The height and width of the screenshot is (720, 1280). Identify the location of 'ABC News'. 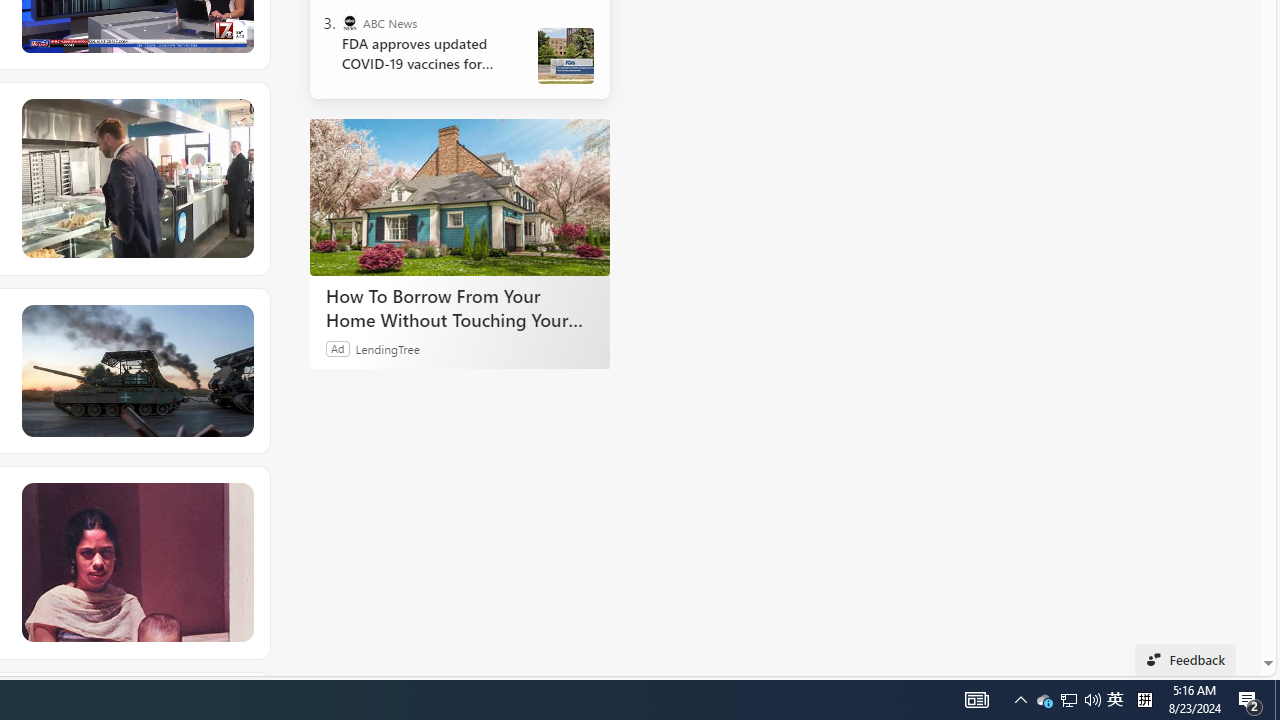
(350, 23).